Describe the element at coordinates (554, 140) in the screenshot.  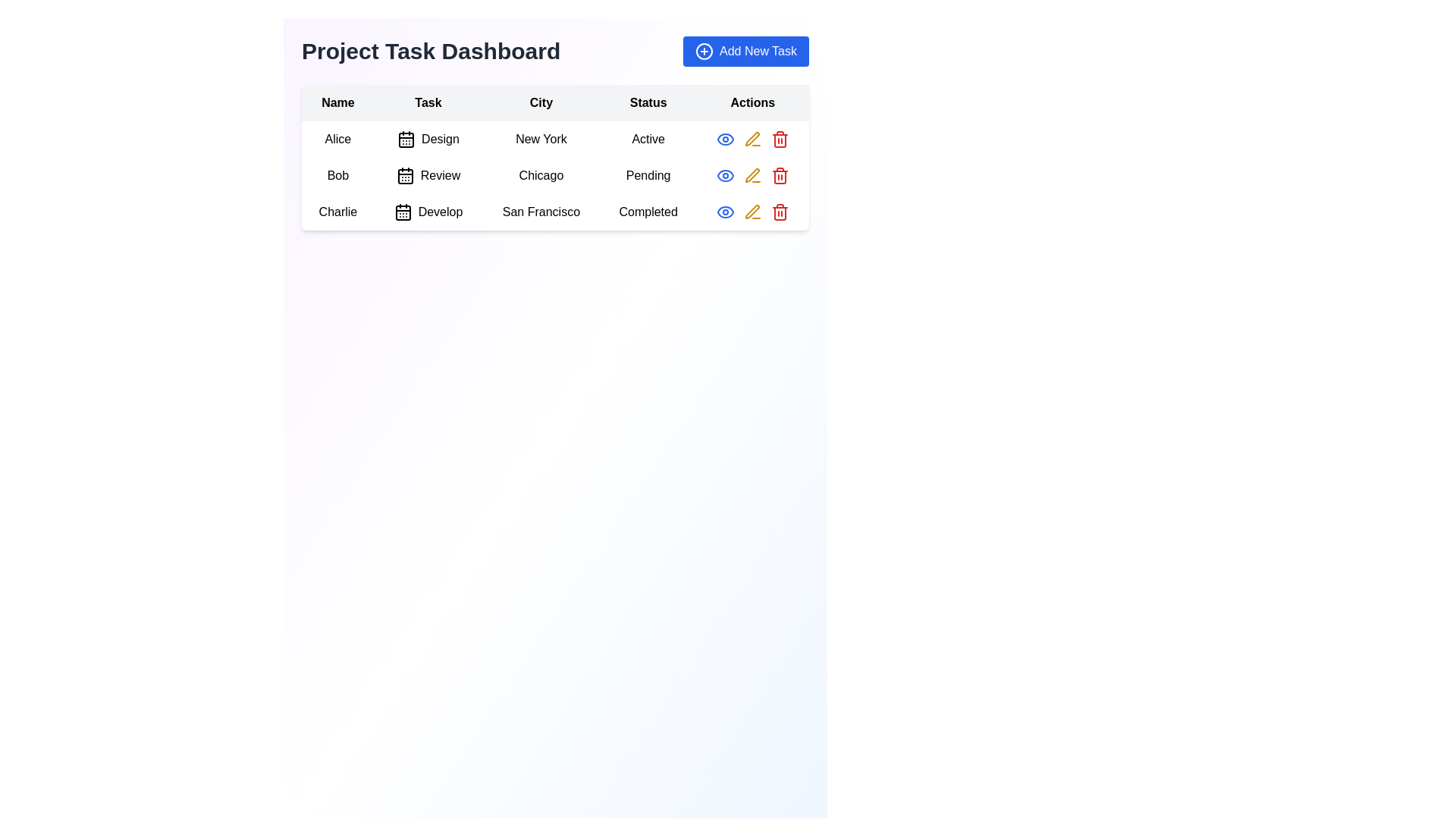
I see `the Text label displaying the city name associated with 'Alice' under the 'City' column in the dataset` at that location.